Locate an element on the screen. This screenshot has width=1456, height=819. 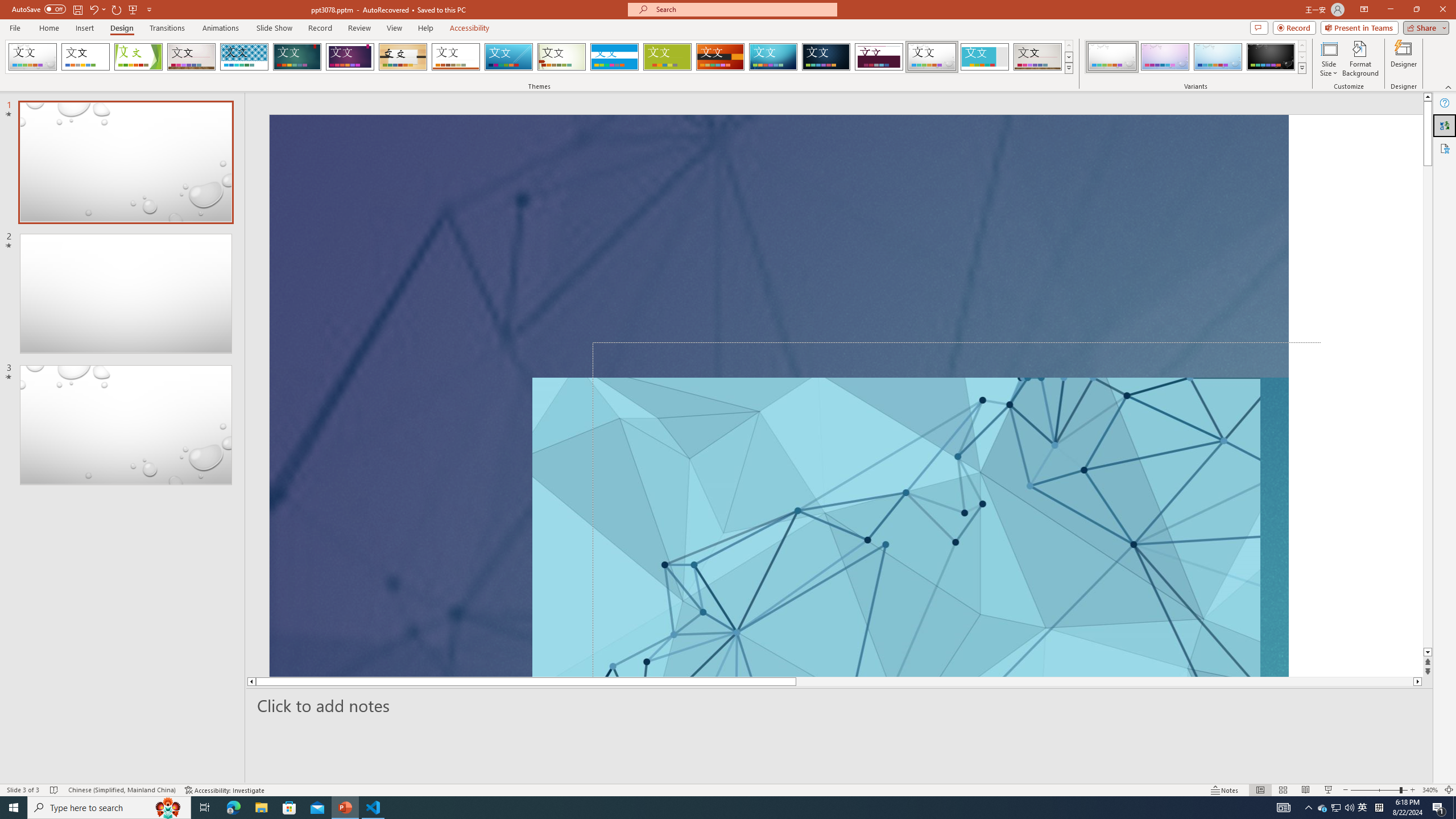
'Integral' is located at coordinates (244, 56).